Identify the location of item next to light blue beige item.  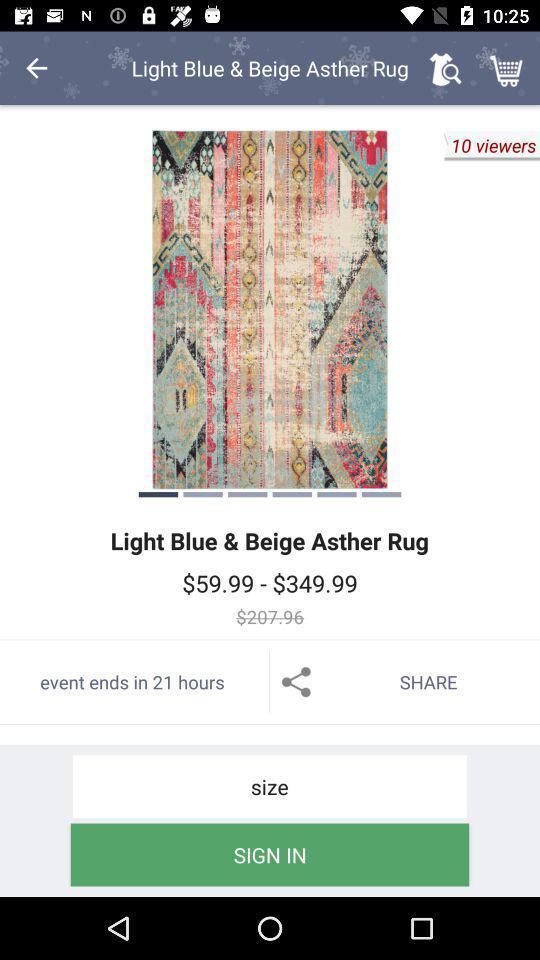
(445, 68).